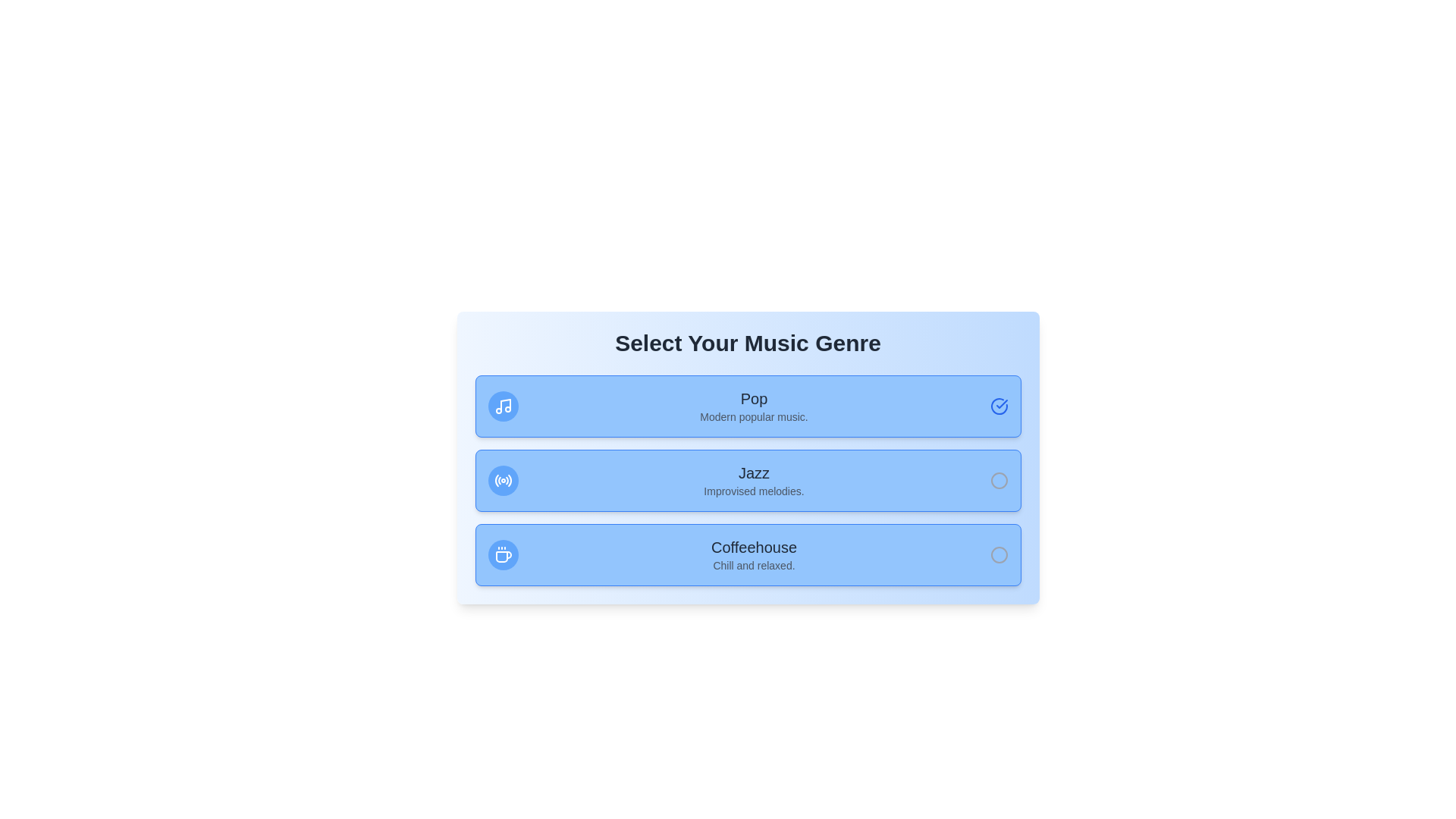  I want to click on the decorative line segment that forms the vertical stem of the musical note icon located under the 'Pop' genre button in the music selection interface, so click(505, 404).